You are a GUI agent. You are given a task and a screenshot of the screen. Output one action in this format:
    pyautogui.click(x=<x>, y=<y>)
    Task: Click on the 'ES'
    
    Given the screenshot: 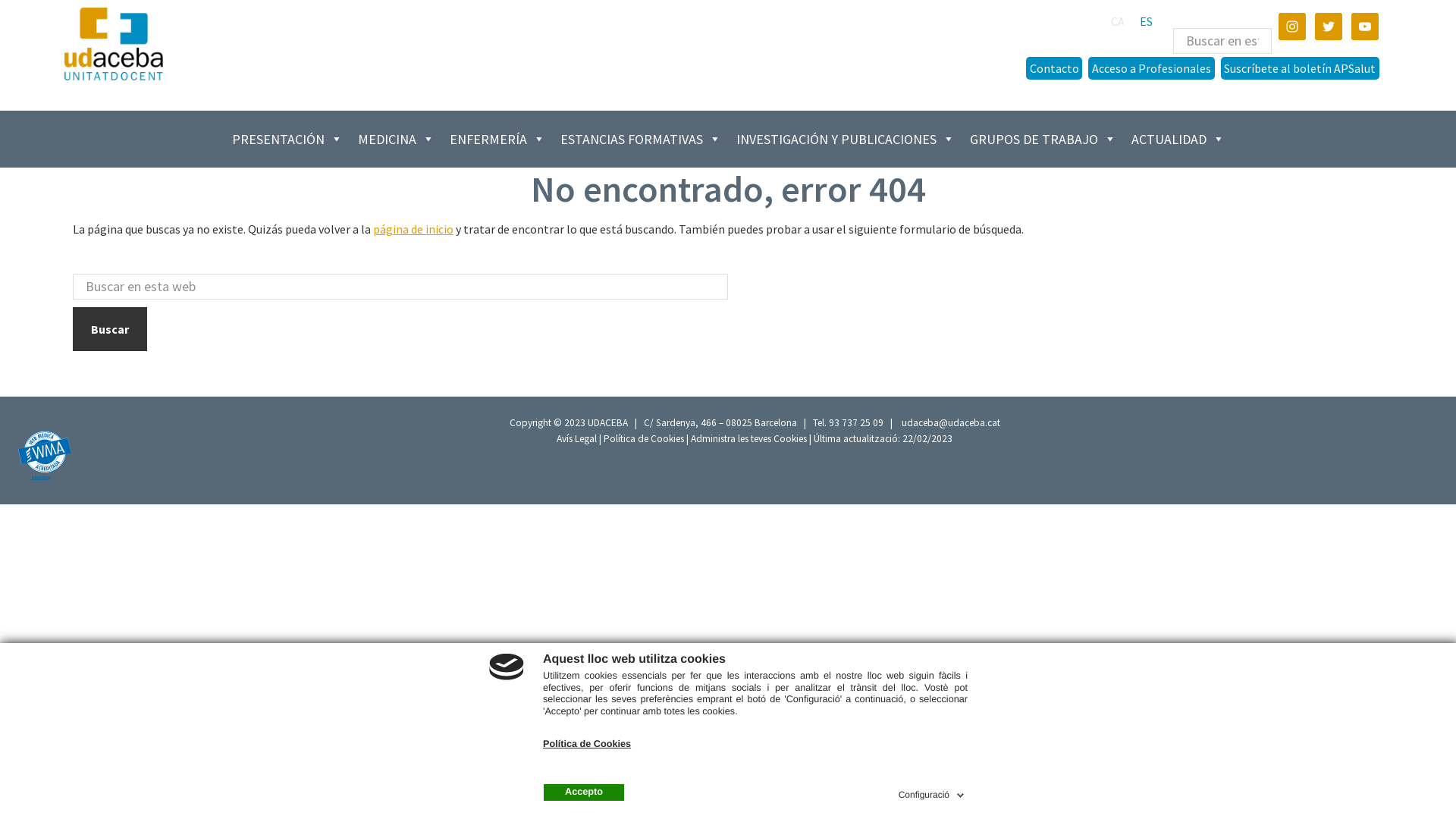 What is the action you would take?
    pyautogui.click(x=1146, y=20)
    